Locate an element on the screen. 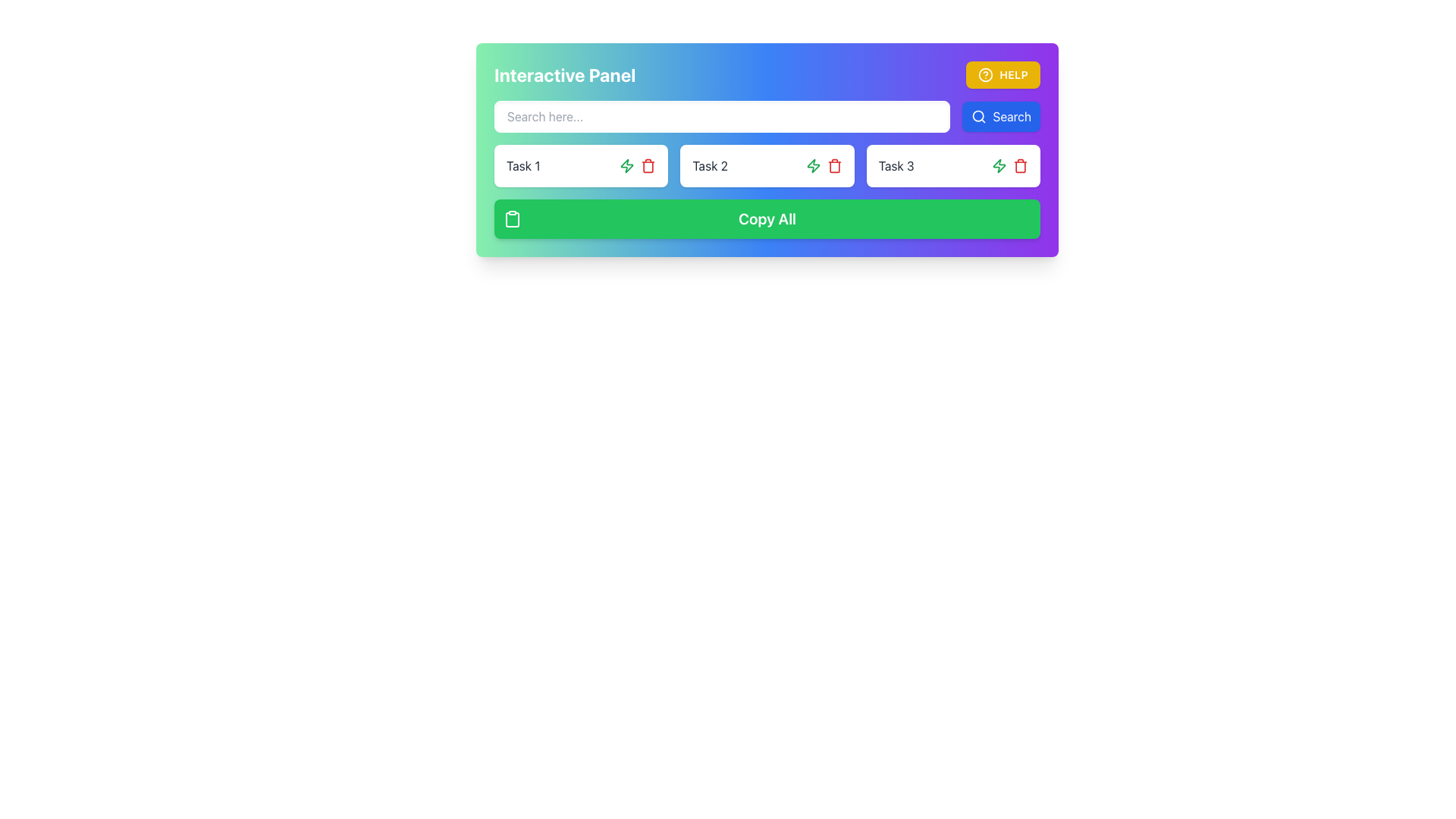 The image size is (1456, 819). the first icon in the button group that activates a task or action, located to the left of the trash icon is located at coordinates (999, 166).